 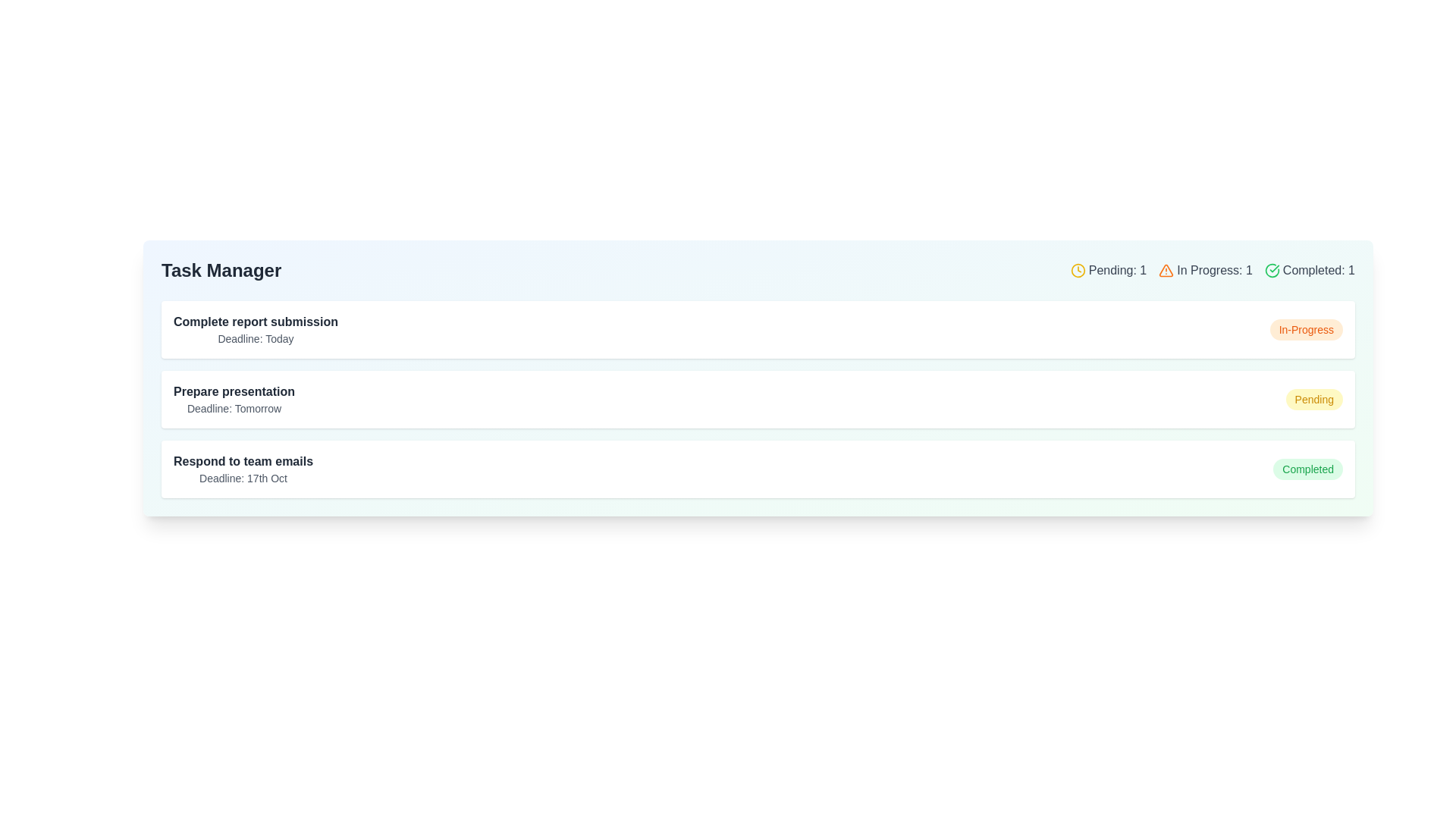 What do you see at coordinates (1108, 270) in the screenshot?
I see `text from the Status indicator displaying 'Pending: 1' with a yellow clock icon, located on the far left of the navigation section` at bounding box center [1108, 270].